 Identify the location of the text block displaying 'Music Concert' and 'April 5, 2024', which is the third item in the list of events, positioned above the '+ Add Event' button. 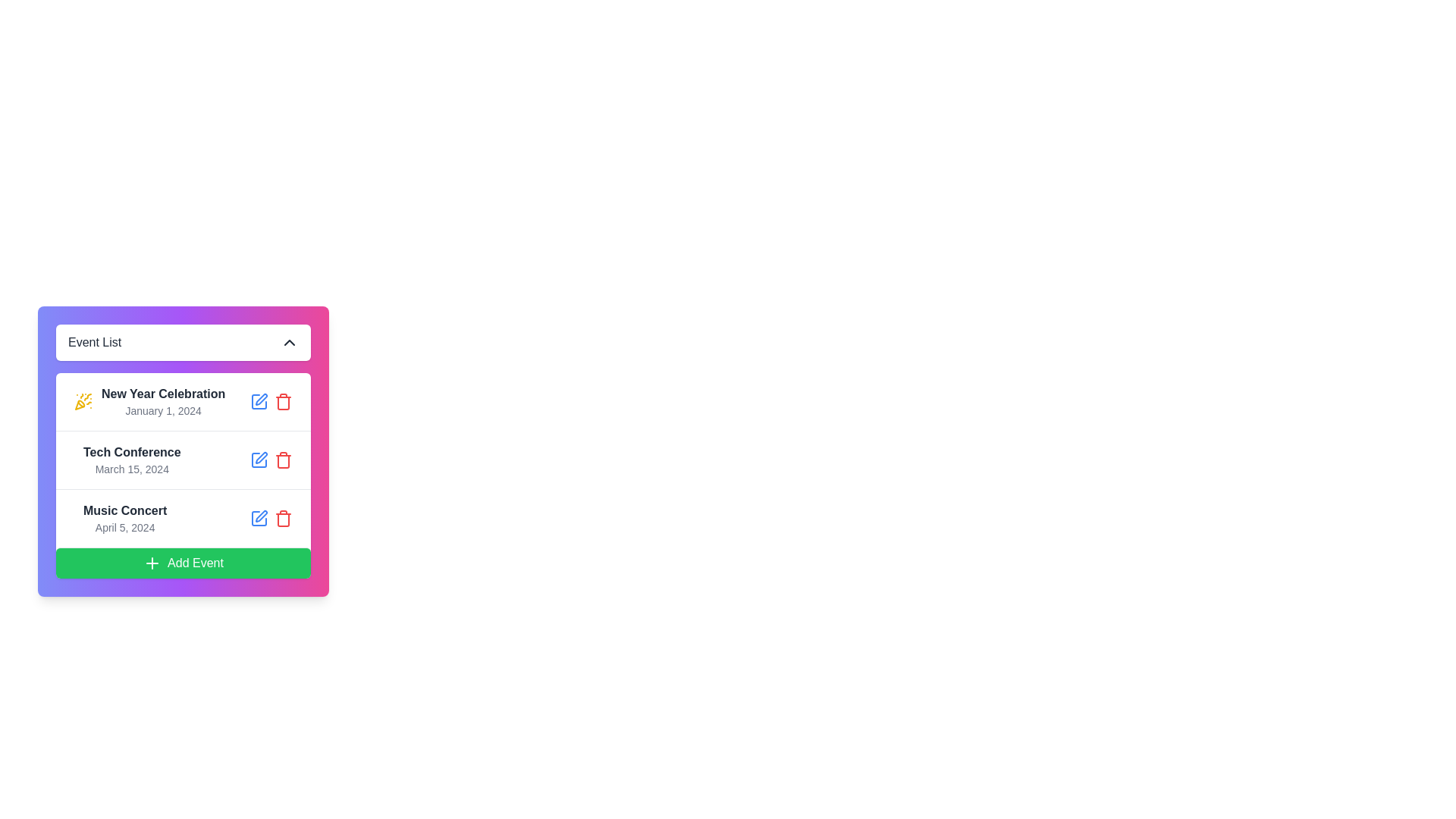
(125, 517).